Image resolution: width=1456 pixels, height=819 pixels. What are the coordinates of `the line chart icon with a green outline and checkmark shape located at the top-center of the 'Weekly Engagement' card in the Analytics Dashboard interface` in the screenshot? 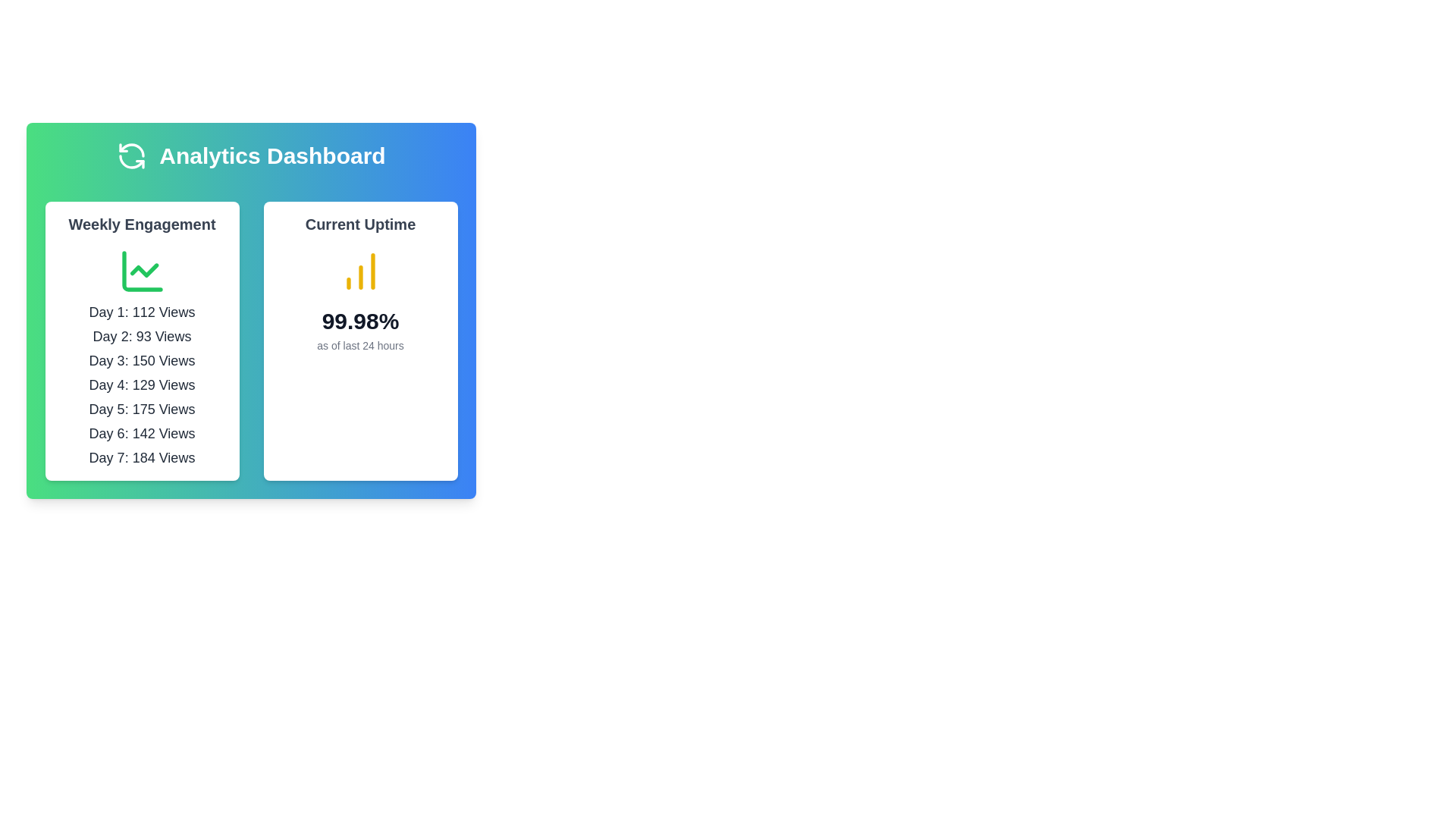 It's located at (142, 271).